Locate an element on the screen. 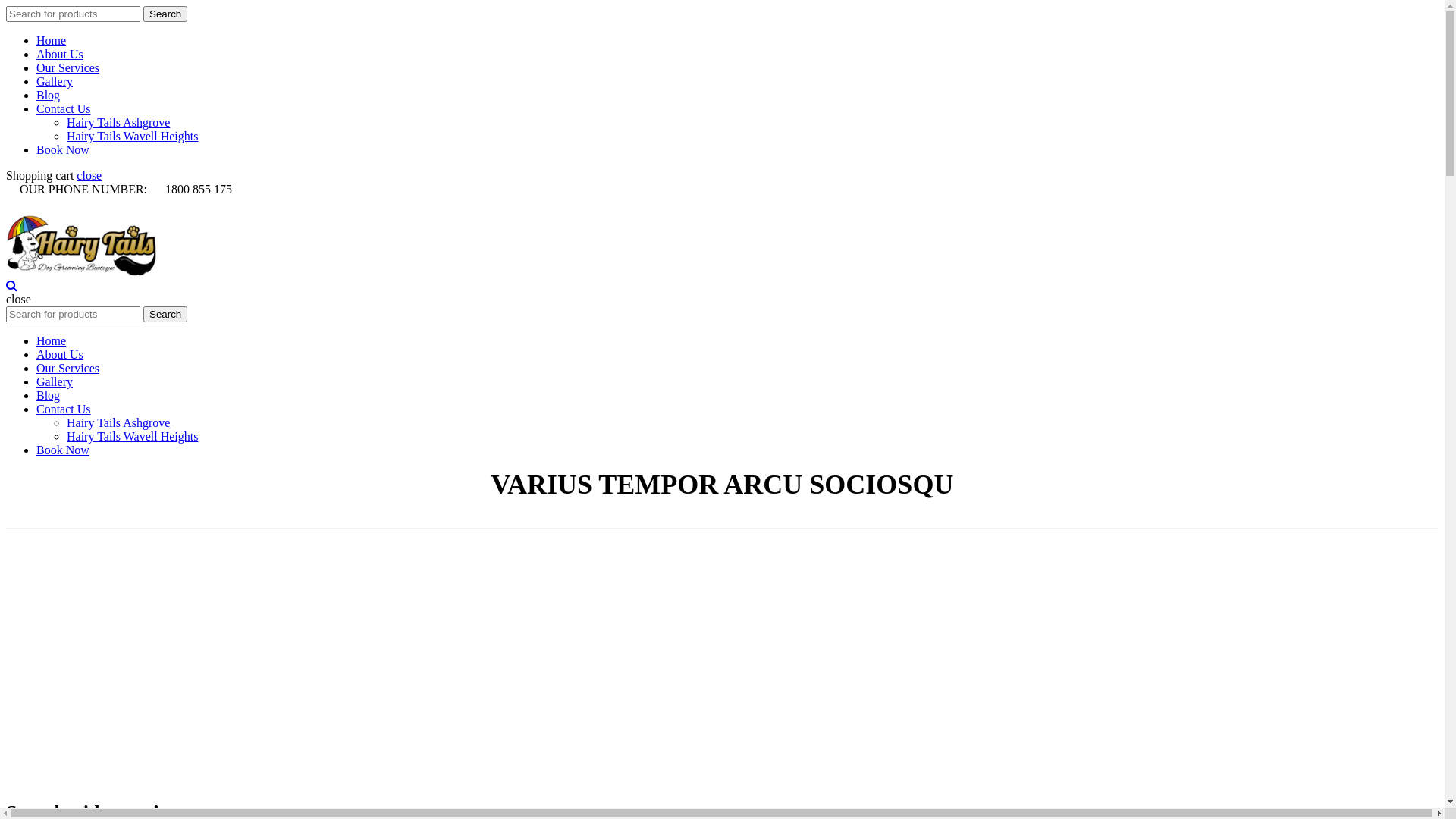 Image resolution: width=1456 pixels, height=819 pixels. 'Home' is located at coordinates (51, 39).